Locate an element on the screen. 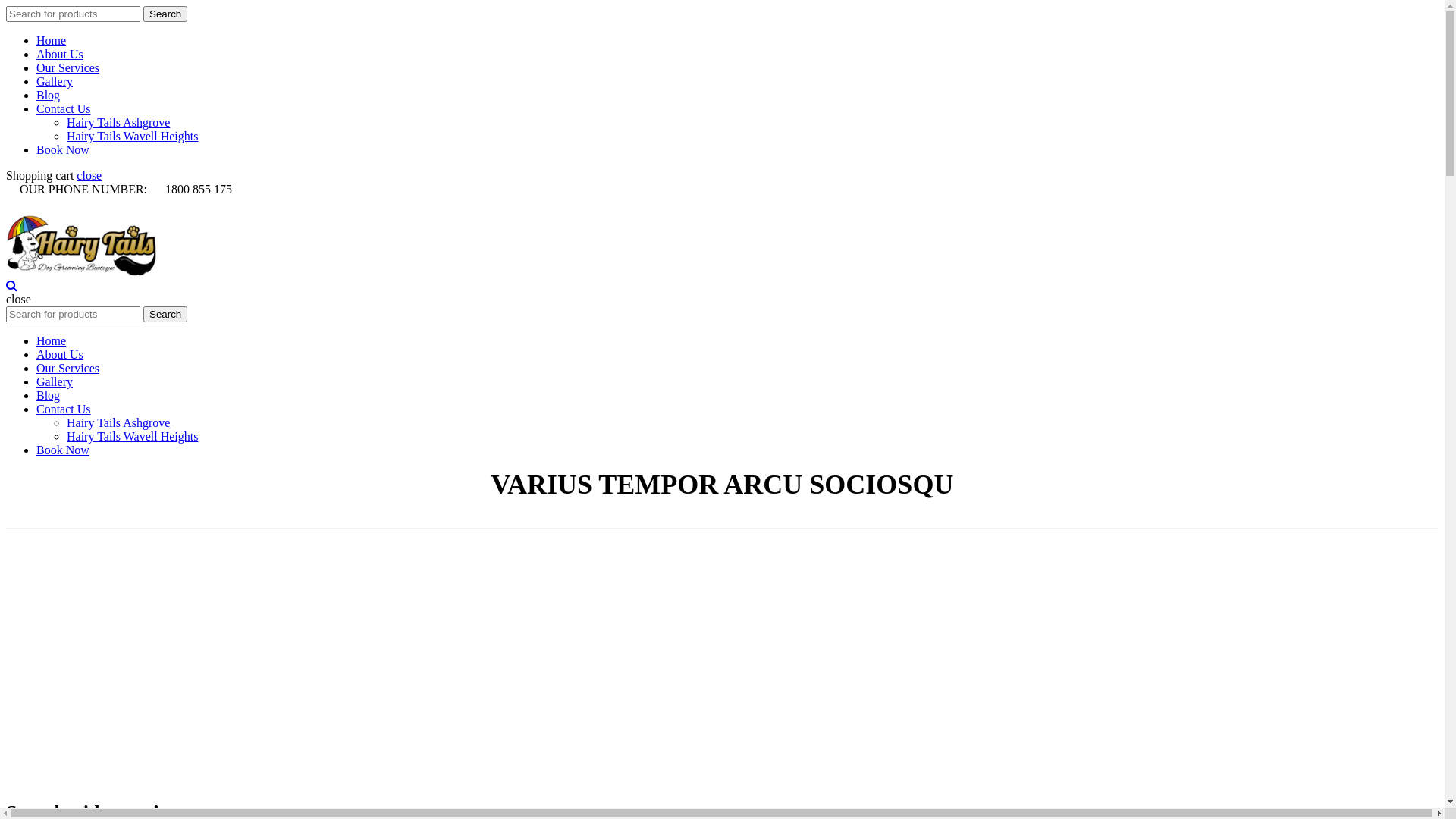 Image resolution: width=1456 pixels, height=819 pixels. 'Home' is located at coordinates (51, 39).